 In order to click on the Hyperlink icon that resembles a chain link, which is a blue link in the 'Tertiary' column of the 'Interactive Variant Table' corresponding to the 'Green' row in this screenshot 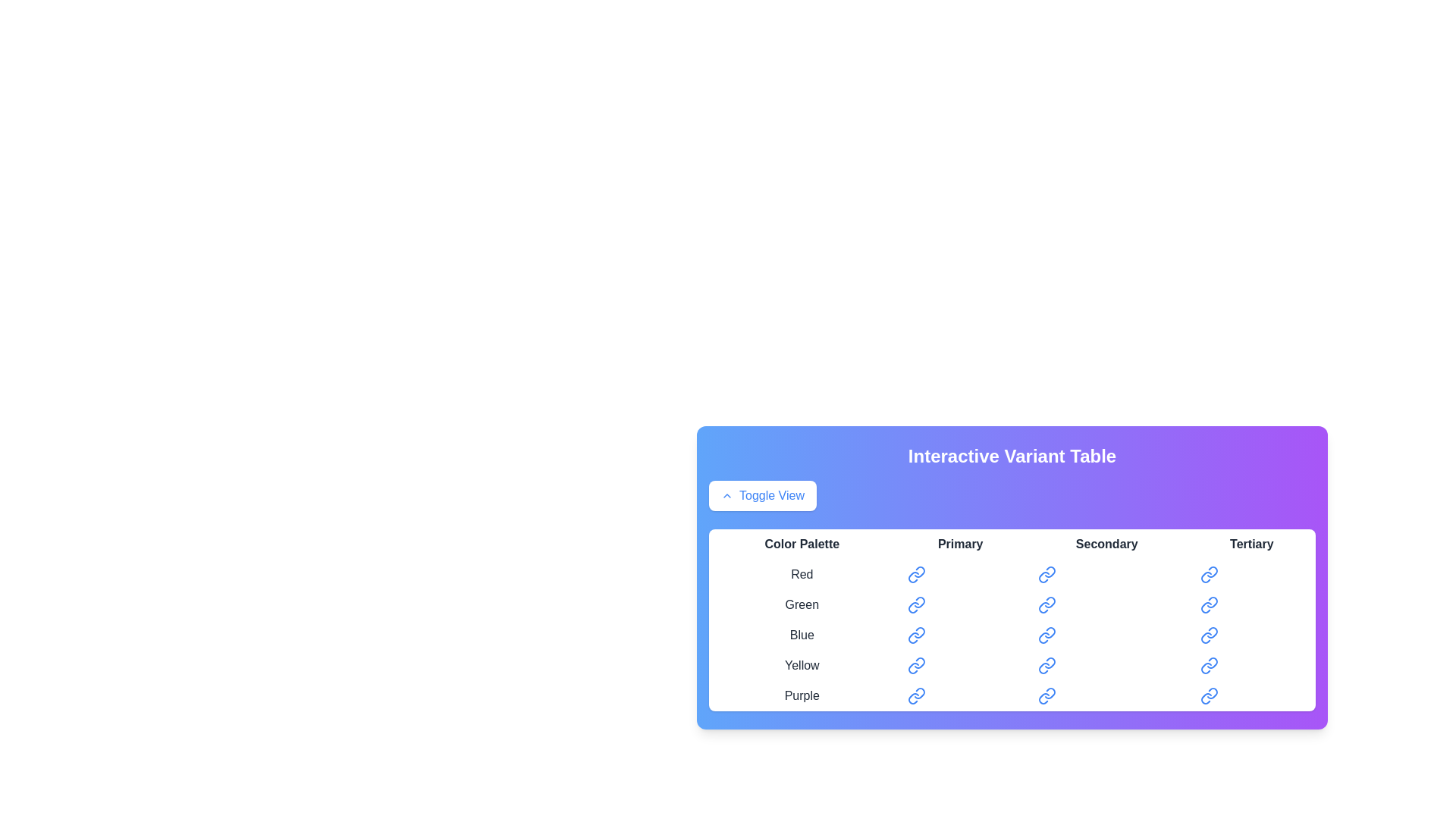, I will do `click(1208, 604)`.